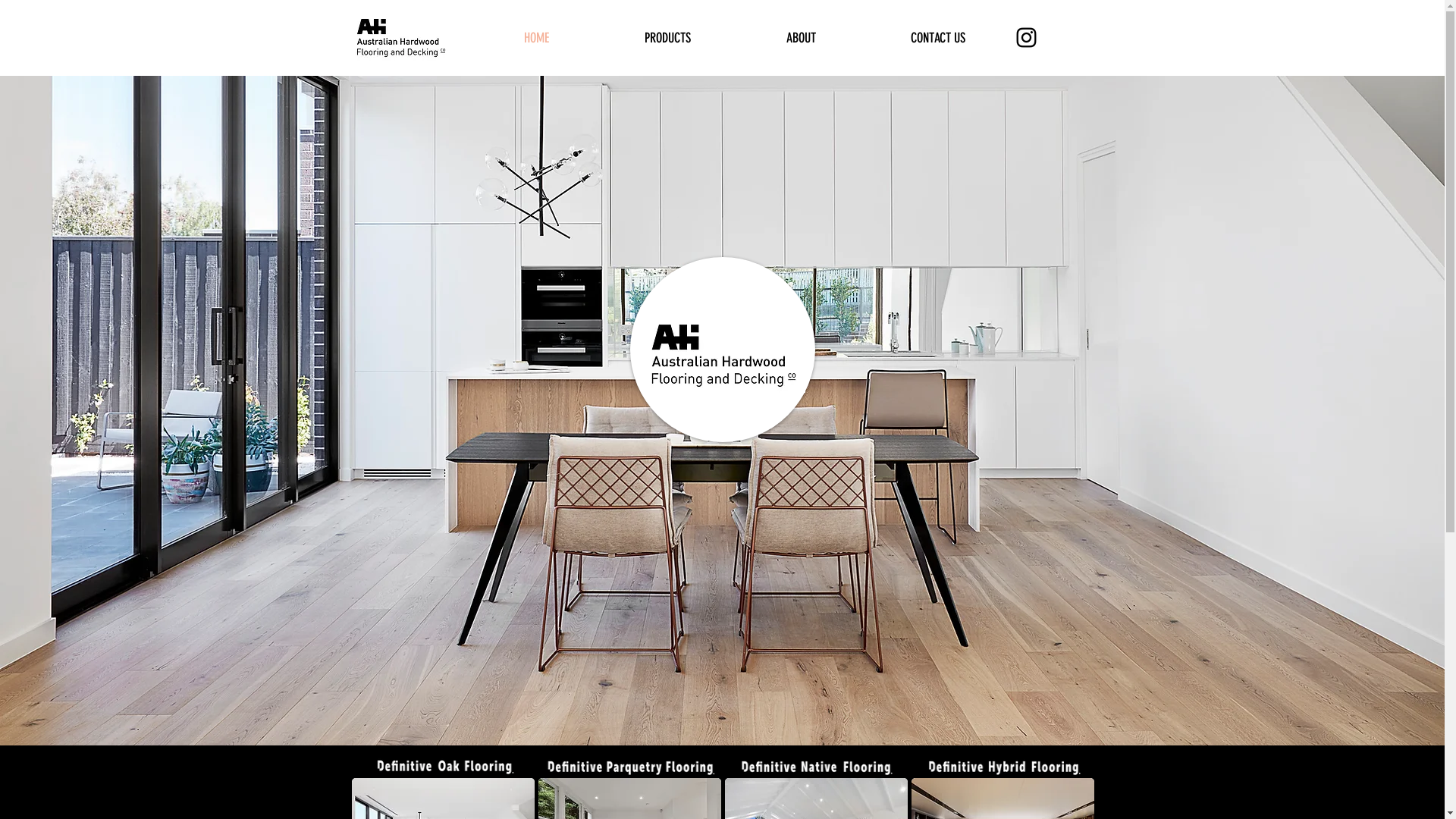 Image resolution: width=1456 pixels, height=819 pixels. Describe the element at coordinates (538, 766) in the screenshot. I see `'Definitive Parquetry Flooring_Light_Text.png'` at that location.